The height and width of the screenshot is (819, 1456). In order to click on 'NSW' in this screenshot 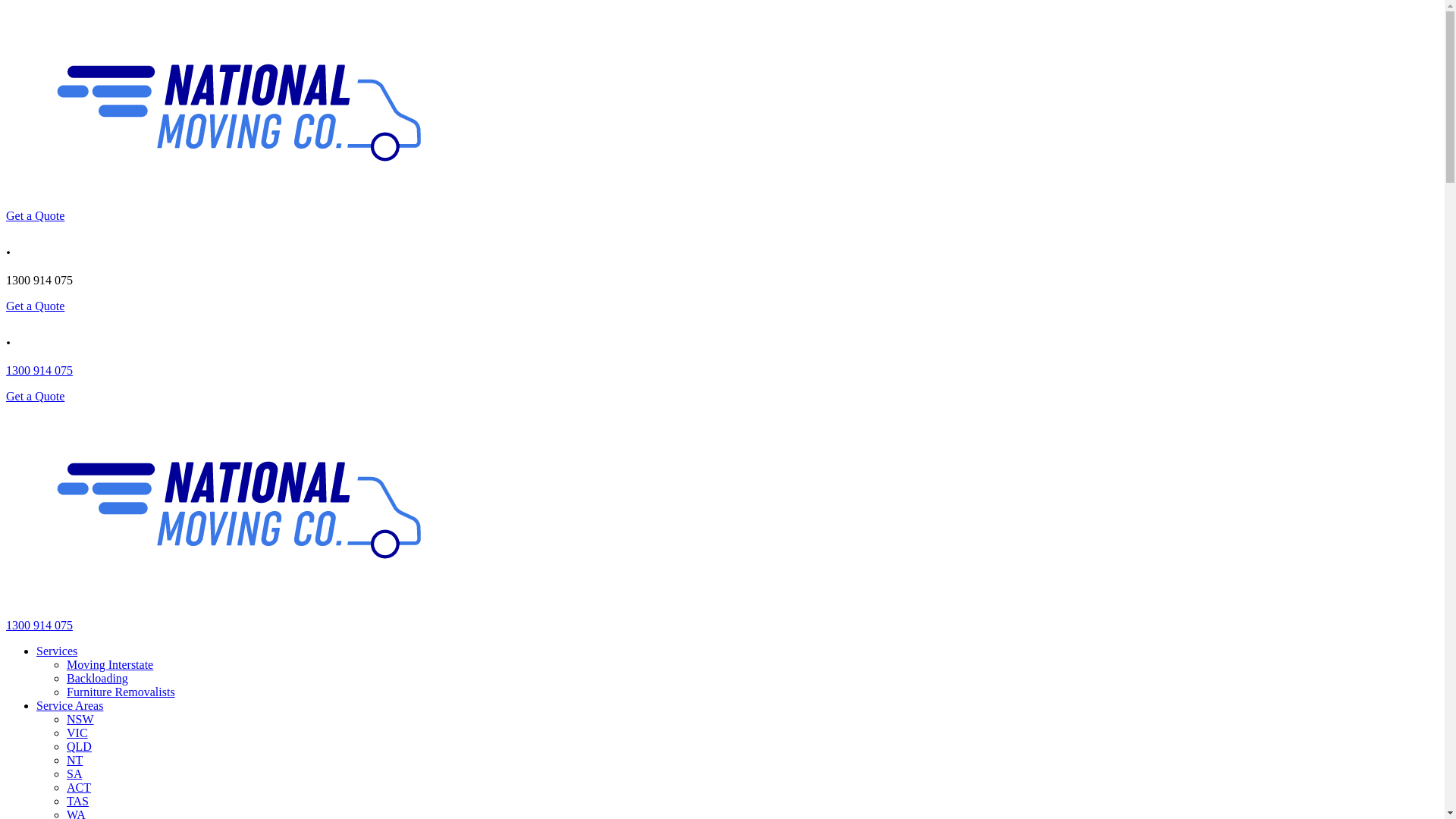, I will do `click(65, 718)`.